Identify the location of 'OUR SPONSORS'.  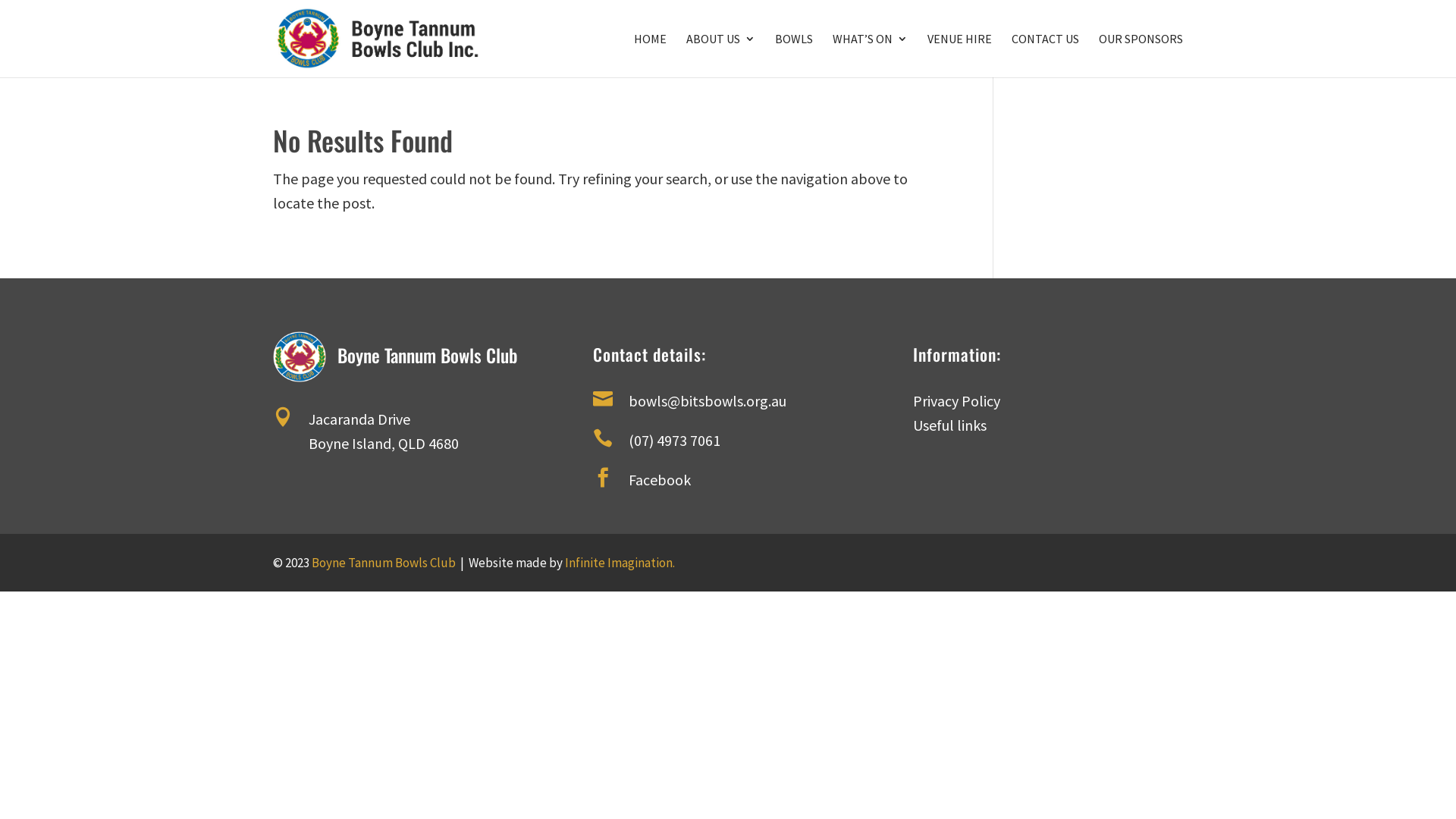
(1141, 55).